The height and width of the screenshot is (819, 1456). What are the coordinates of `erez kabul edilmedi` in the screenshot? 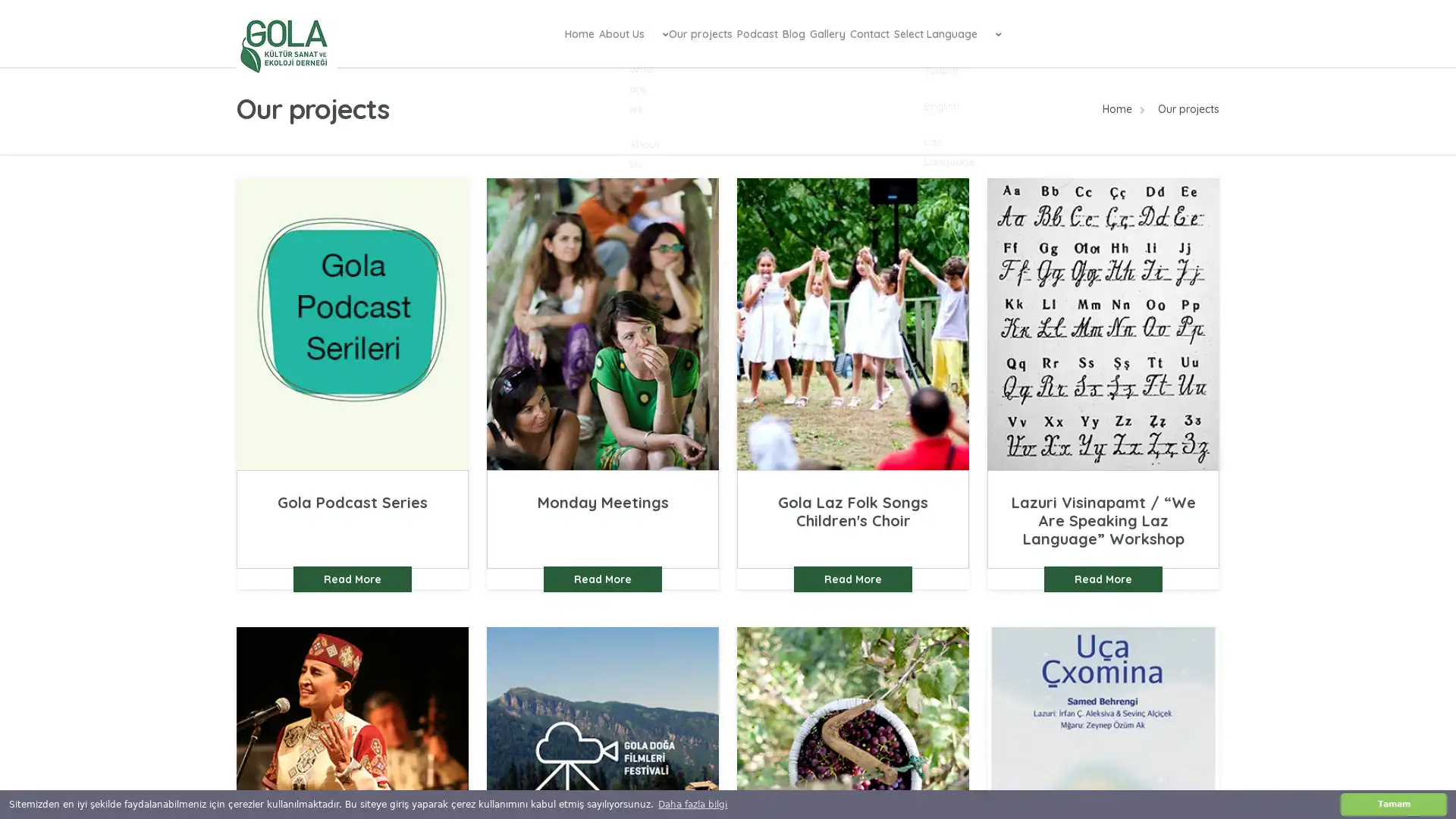 It's located at (1394, 803).